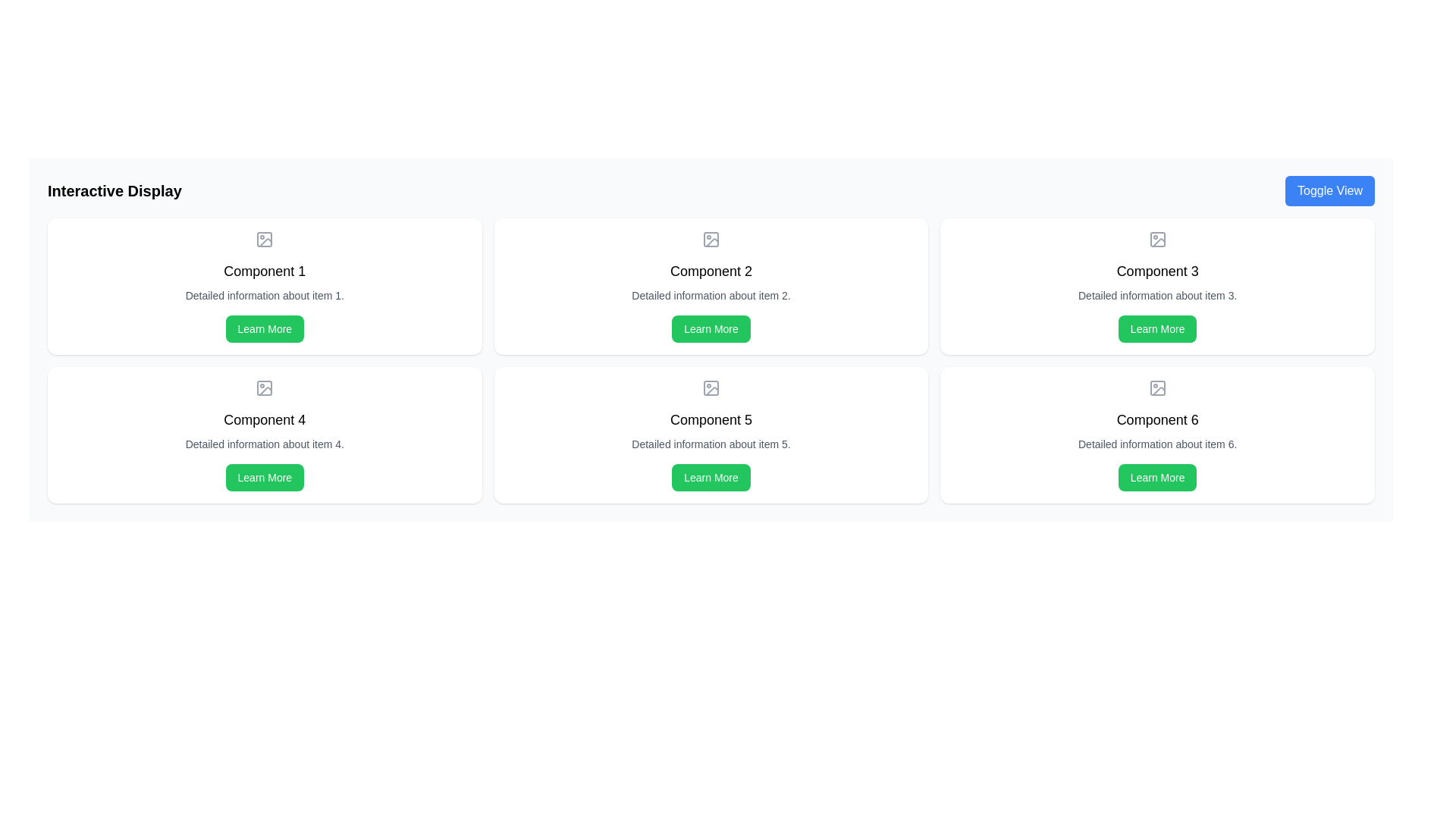  I want to click on the button located at the bottom center of the 'Component 6' card, so click(1156, 476).